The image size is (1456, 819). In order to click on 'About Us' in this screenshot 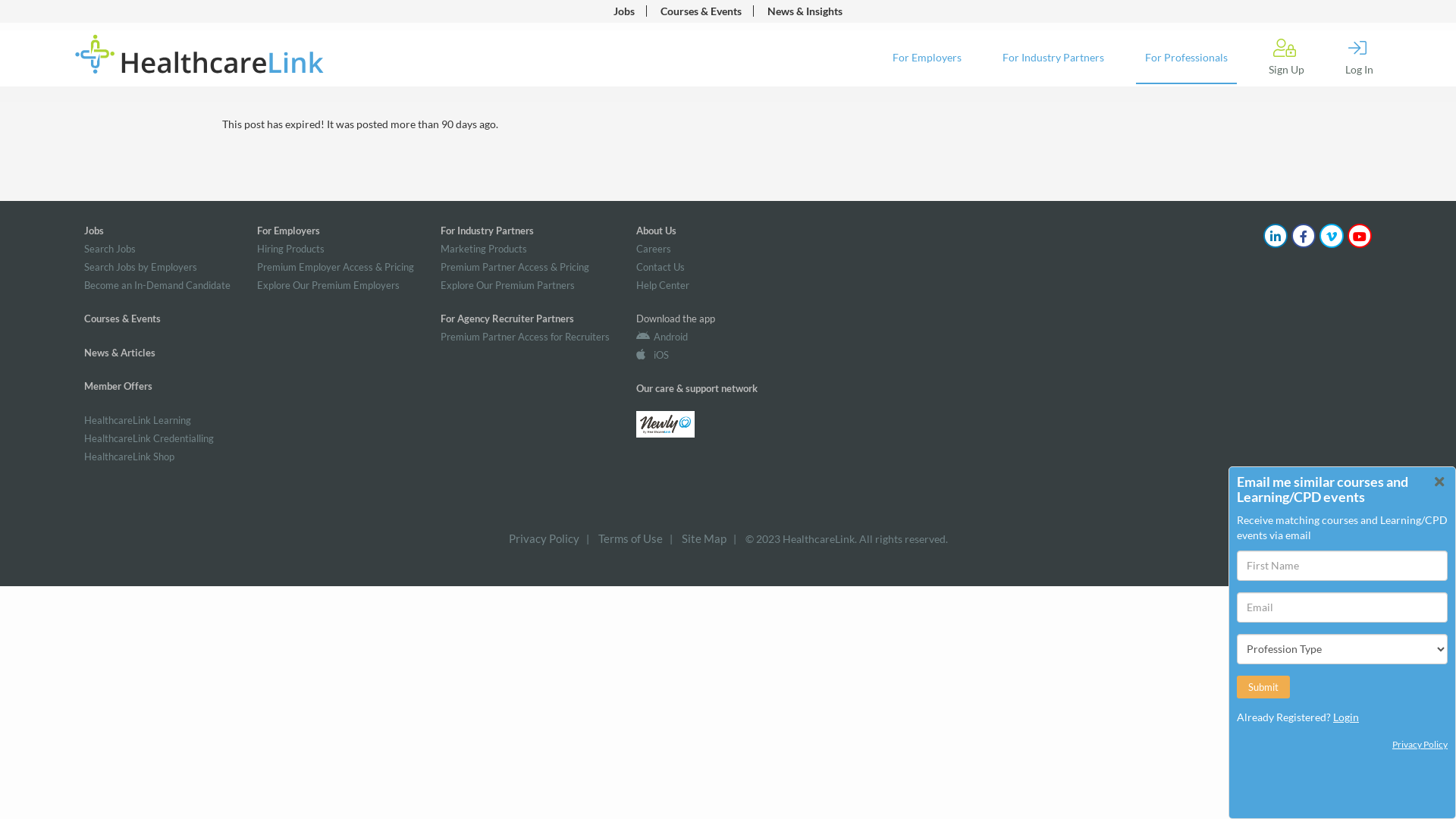, I will do `click(656, 231)`.